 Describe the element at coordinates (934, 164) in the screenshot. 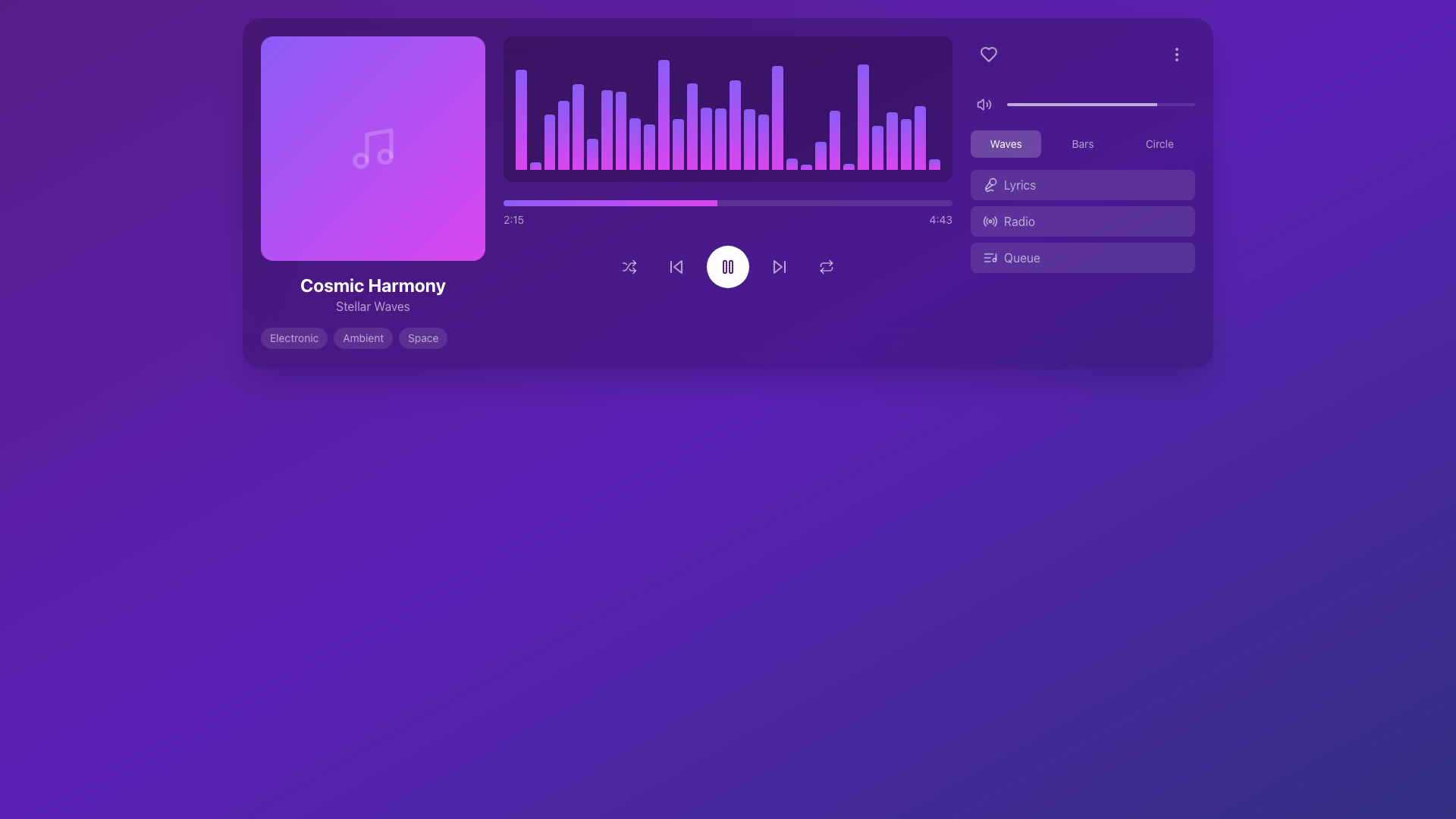

I see `the last (29th) graphical bar of the audio waveform display, which is a thin rectangular bar with a gradient from fuchsia to violet and rounded top corners` at that location.